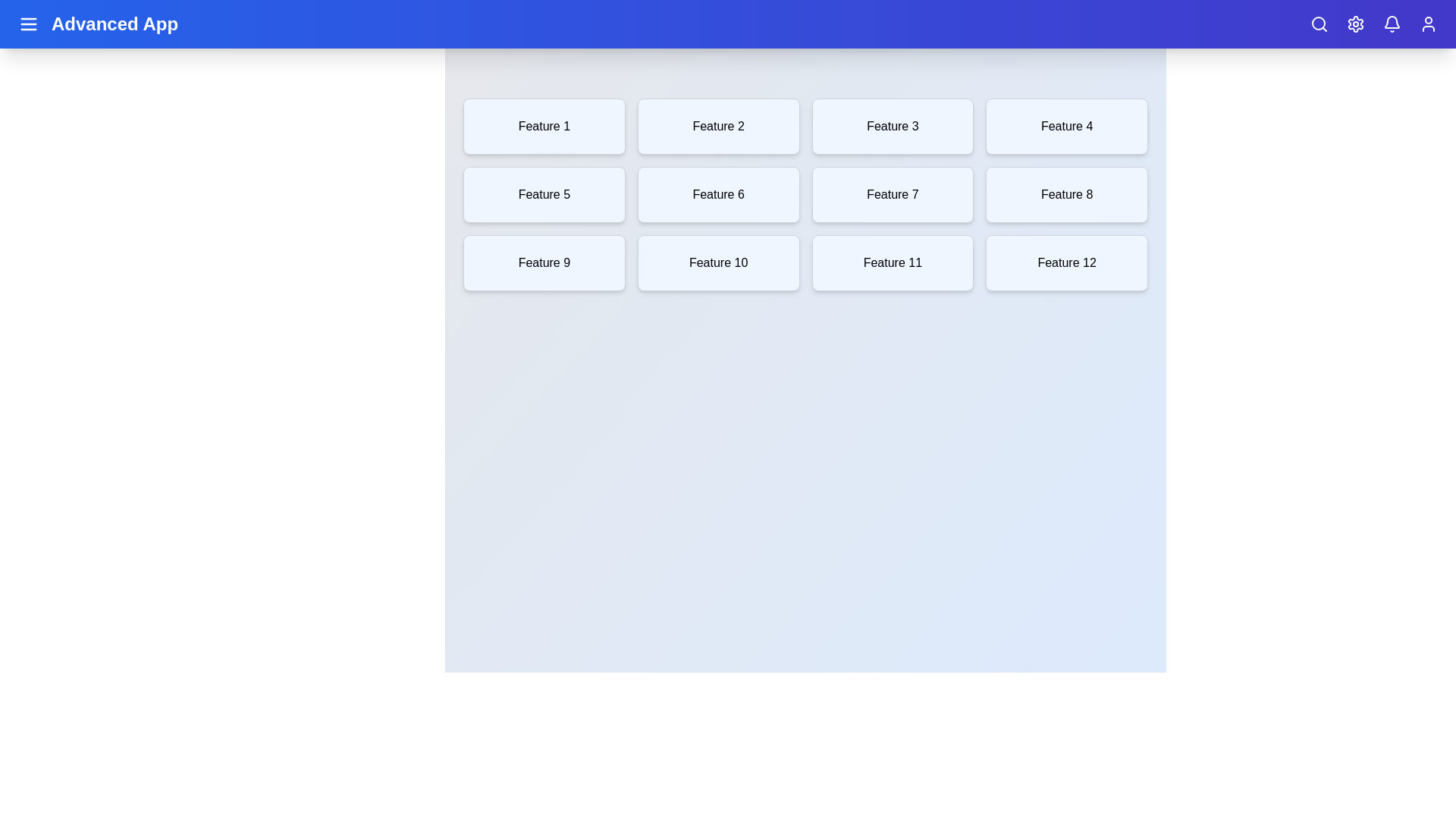 The height and width of the screenshot is (819, 1456). What do you see at coordinates (1356, 24) in the screenshot?
I see `the settings icon to open the settings menu` at bounding box center [1356, 24].